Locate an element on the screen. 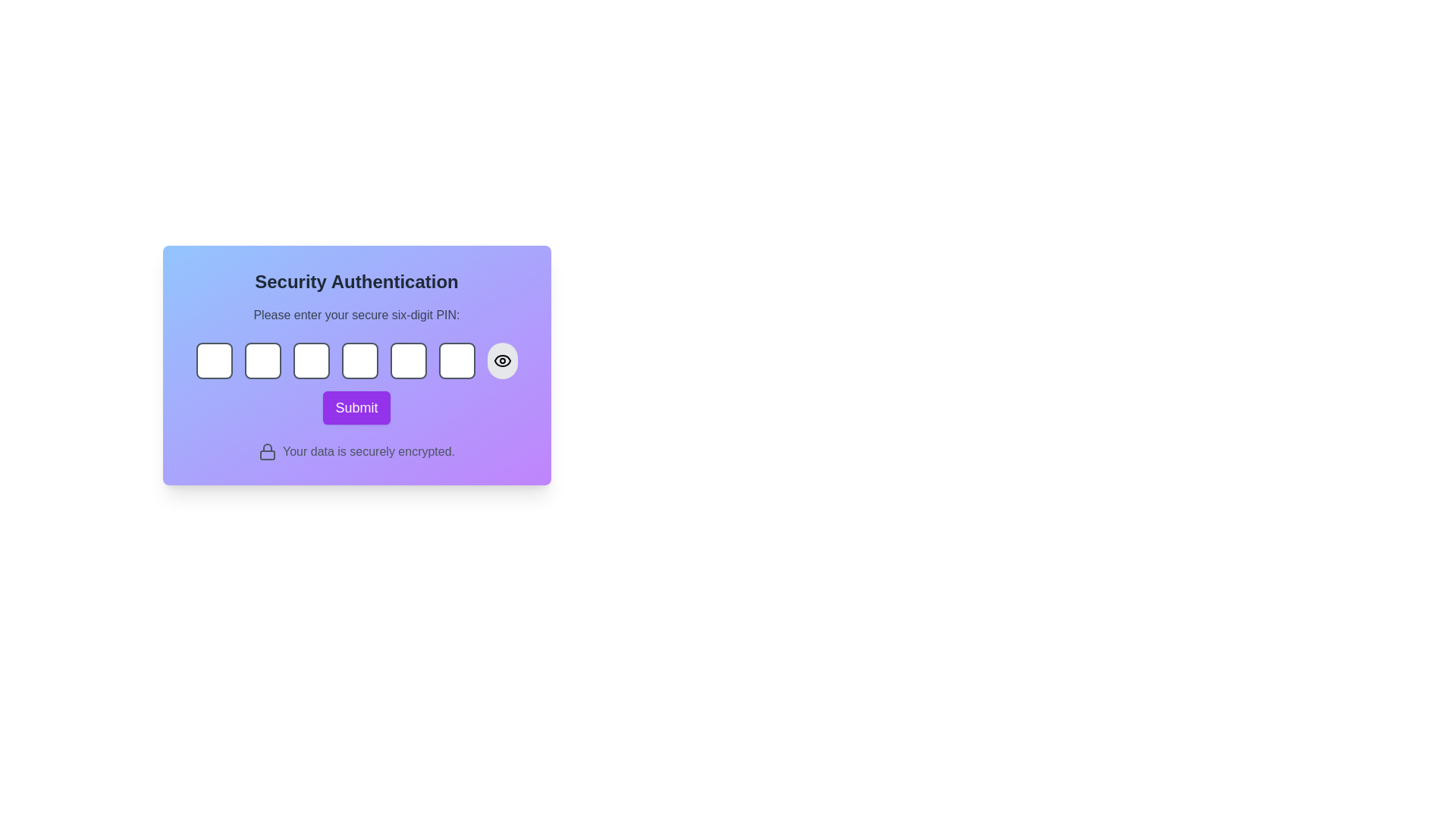  the fourth PIN input box, which is a rectangular field for entering a password, to focus on it is located at coordinates (356, 366).